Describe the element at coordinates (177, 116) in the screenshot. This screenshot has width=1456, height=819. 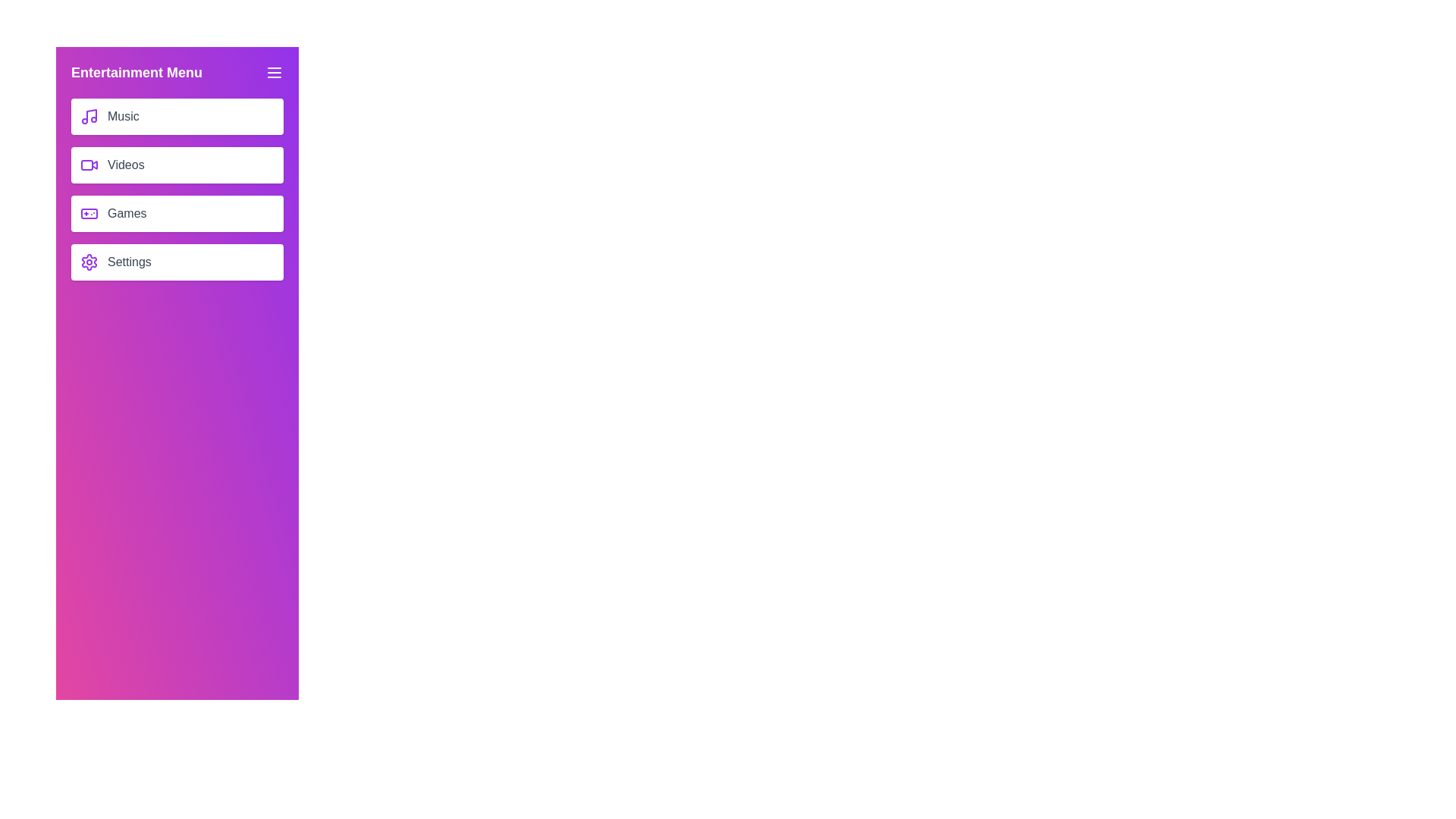
I see `the 'Music' button to select it` at that location.